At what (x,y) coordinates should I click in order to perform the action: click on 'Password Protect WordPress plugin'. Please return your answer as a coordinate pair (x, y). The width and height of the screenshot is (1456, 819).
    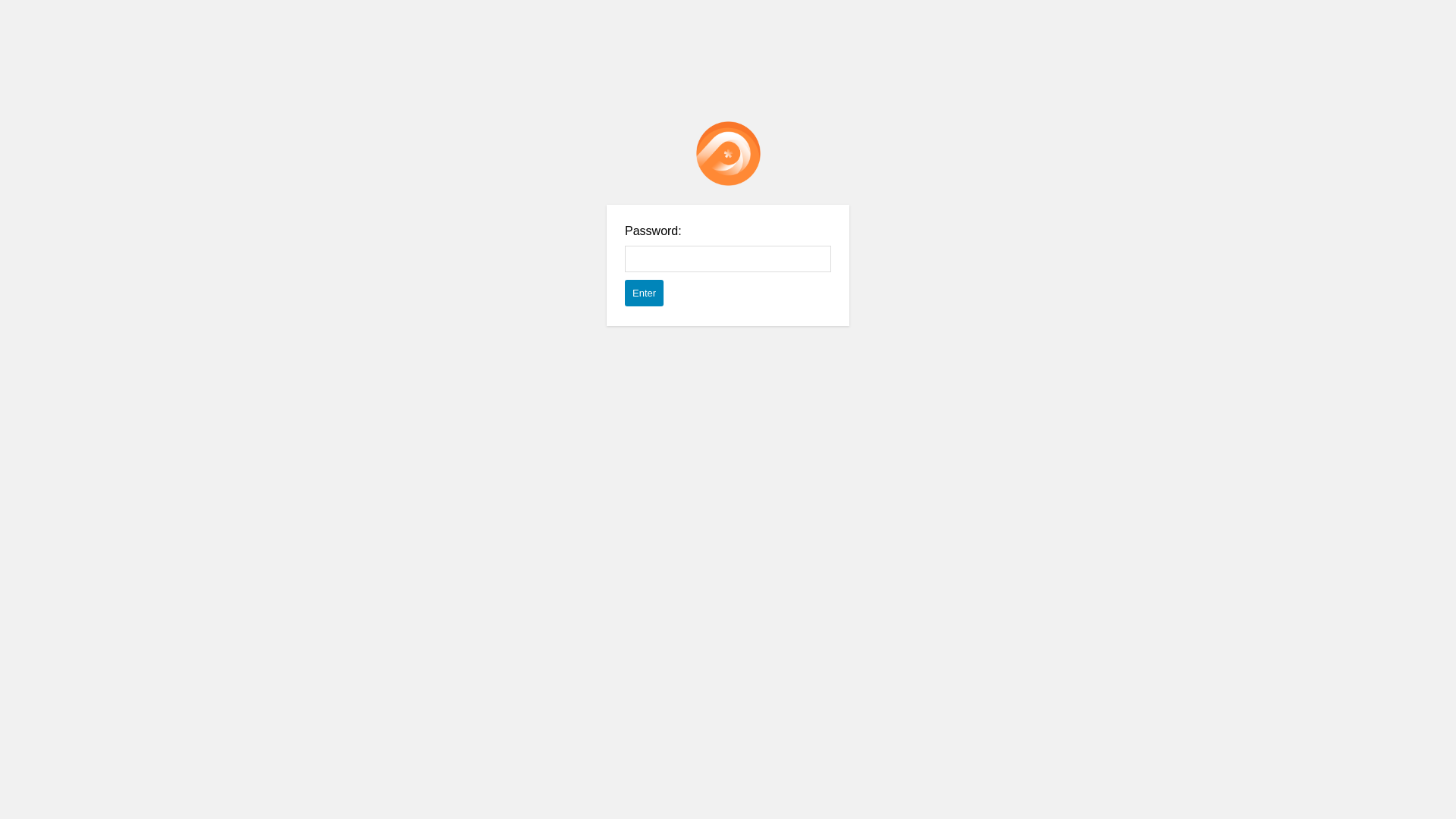
    Looking at the image, I should click on (728, 153).